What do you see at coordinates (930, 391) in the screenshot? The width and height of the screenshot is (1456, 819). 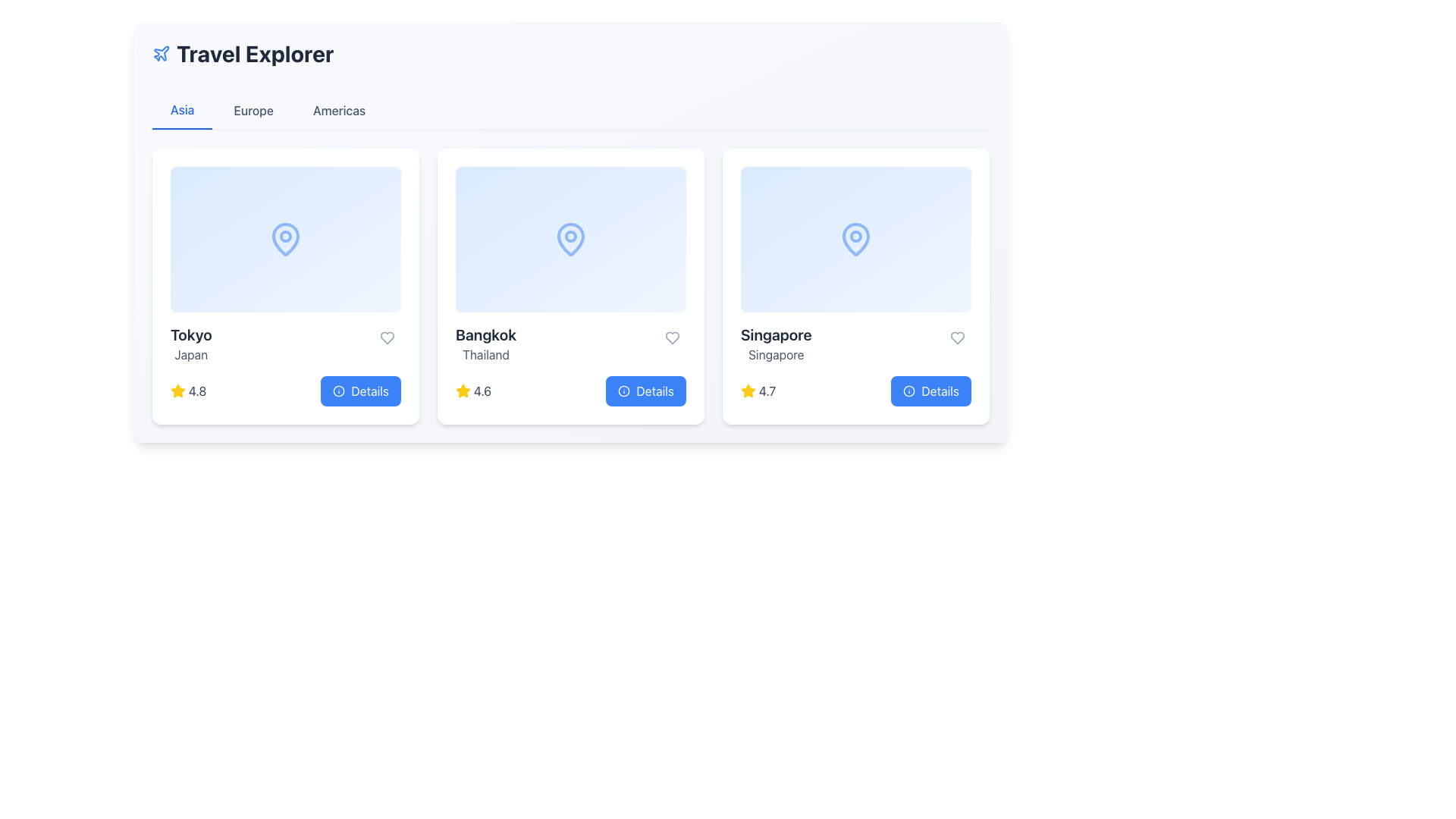 I see `the blue 'Details' button with a rounded border and an 'i' icon located at the bottom right corner of the 'Singapore' card` at bounding box center [930, 391].